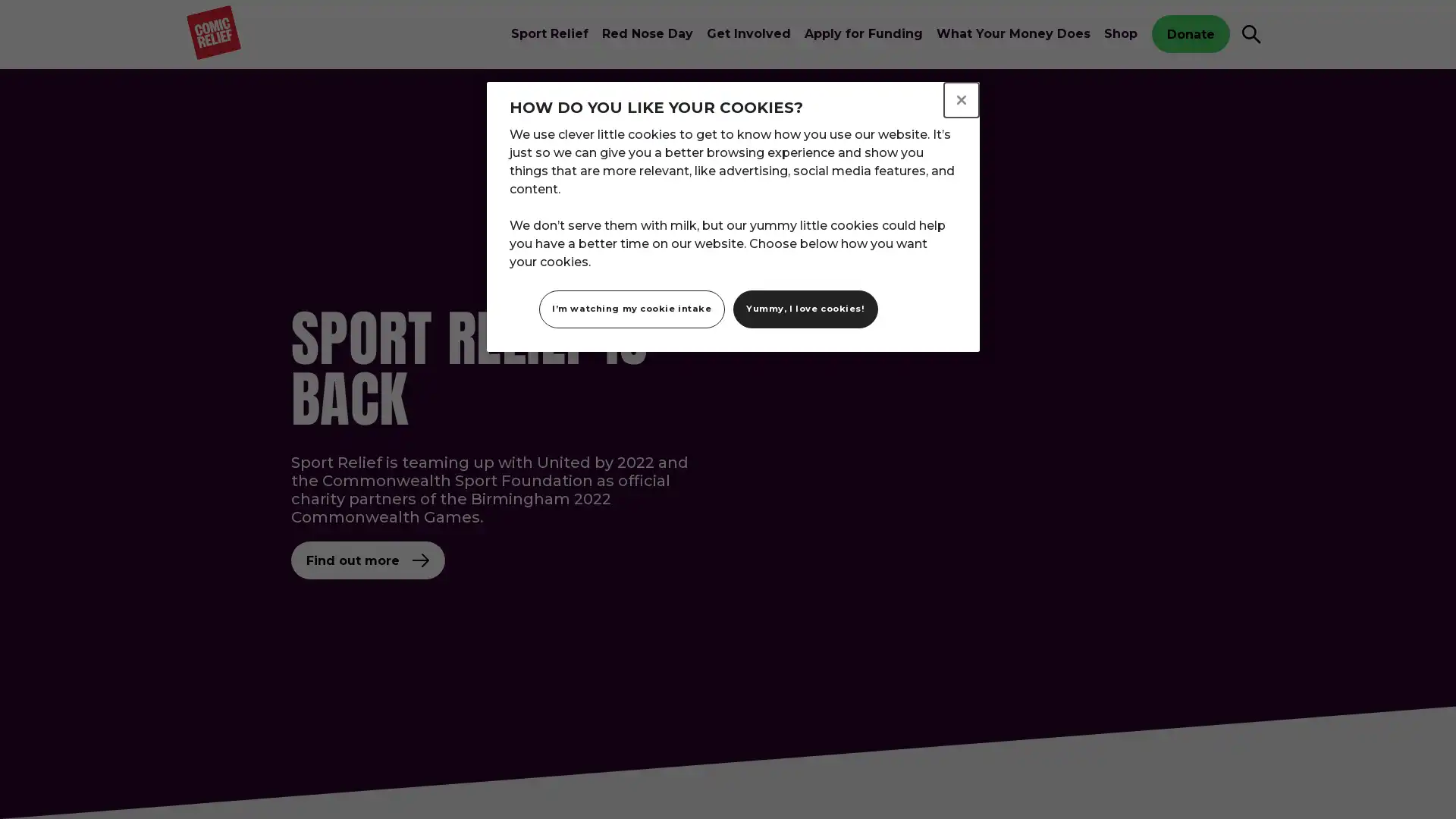  I want to click on Close, so click(960, 99).